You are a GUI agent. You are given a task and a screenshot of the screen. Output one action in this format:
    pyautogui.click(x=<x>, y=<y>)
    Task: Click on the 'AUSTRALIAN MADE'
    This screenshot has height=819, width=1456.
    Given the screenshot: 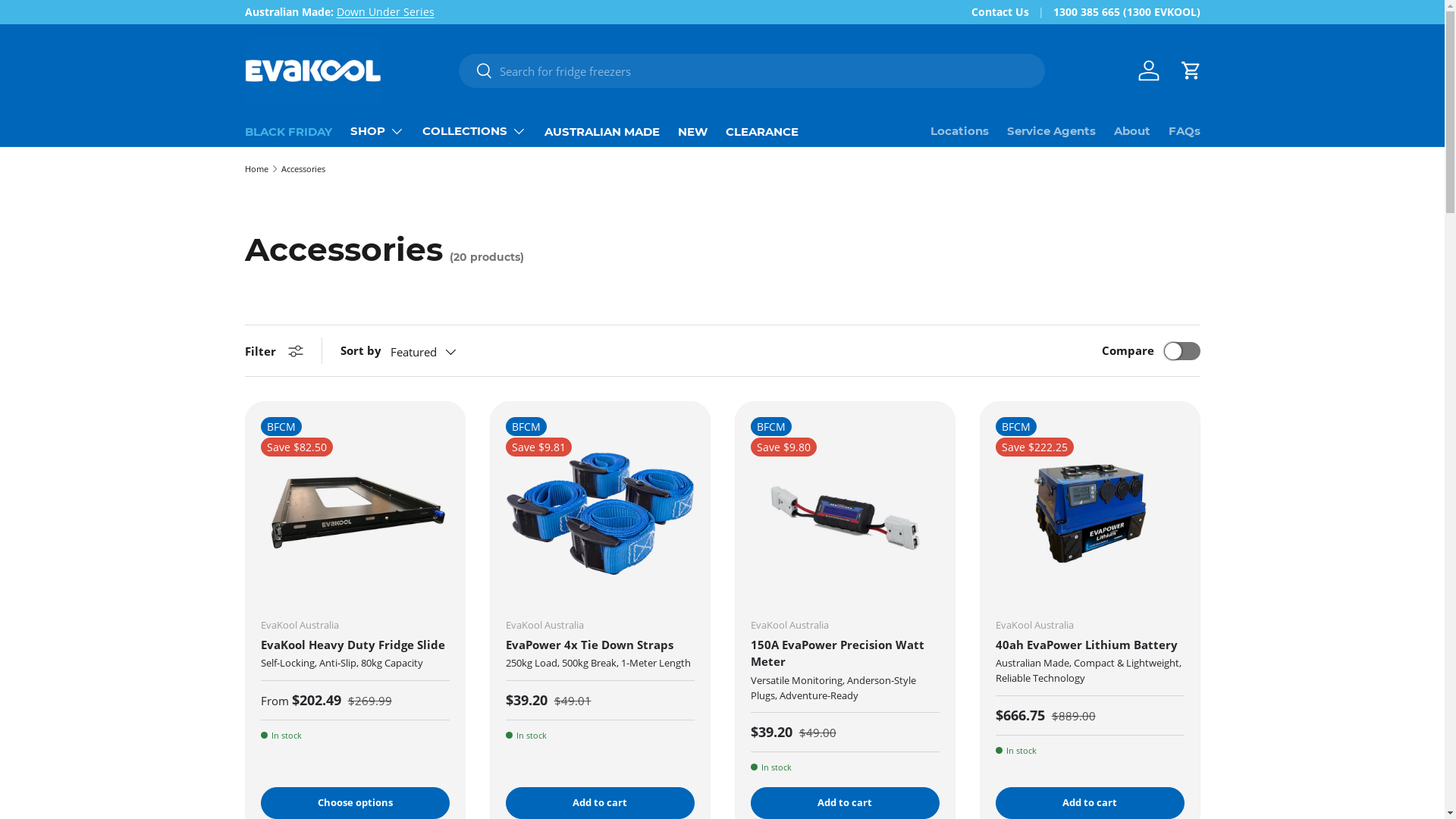 What is the action you would take?
    pyautogui.click(x=601, y=130)
    